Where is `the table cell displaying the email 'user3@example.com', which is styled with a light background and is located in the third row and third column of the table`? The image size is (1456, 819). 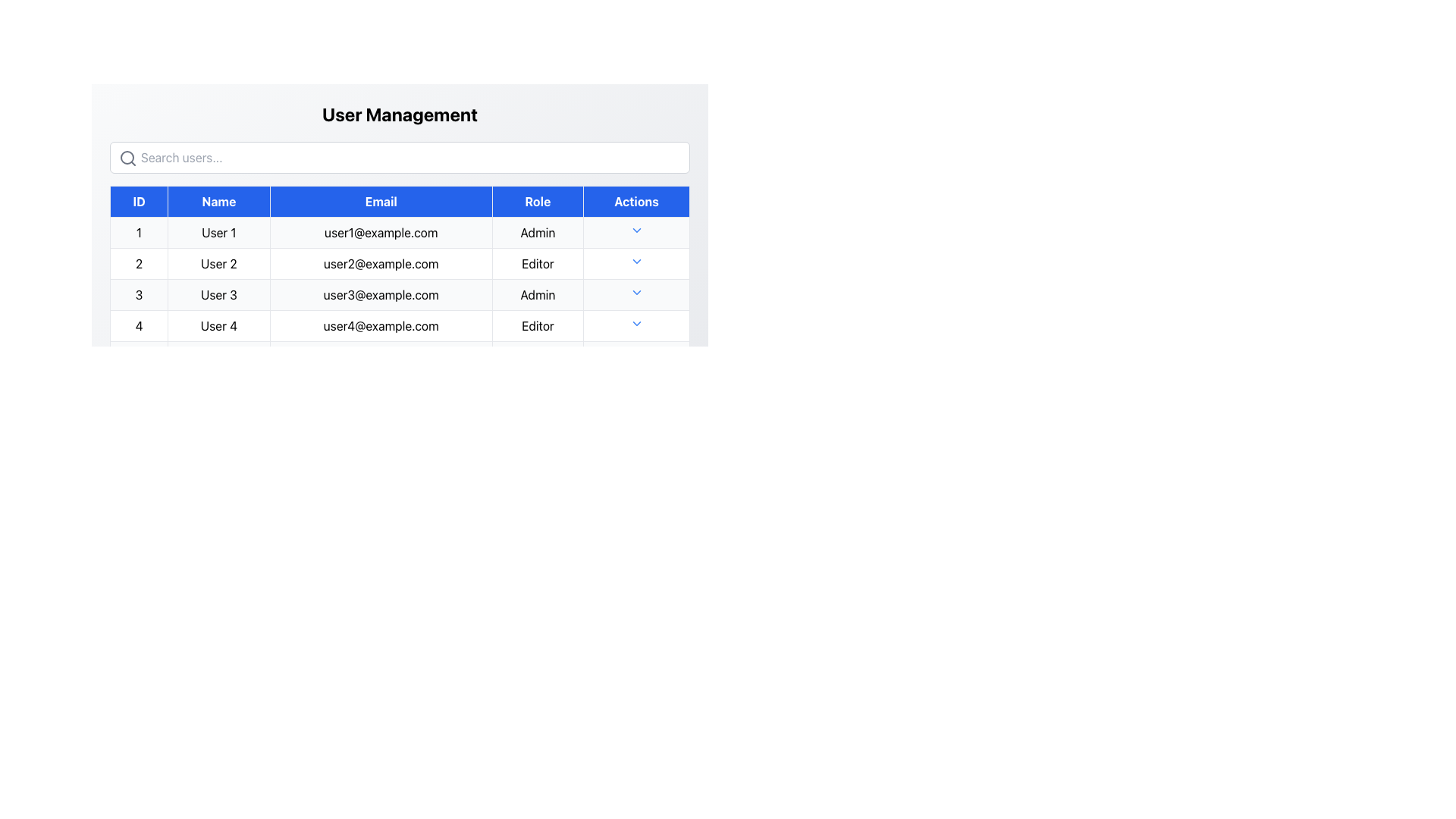 the table cell displaying the email 'user3@example.com', which is styled with a light background and is located in the third row and third column of the table is located at coordinates (381, 295).